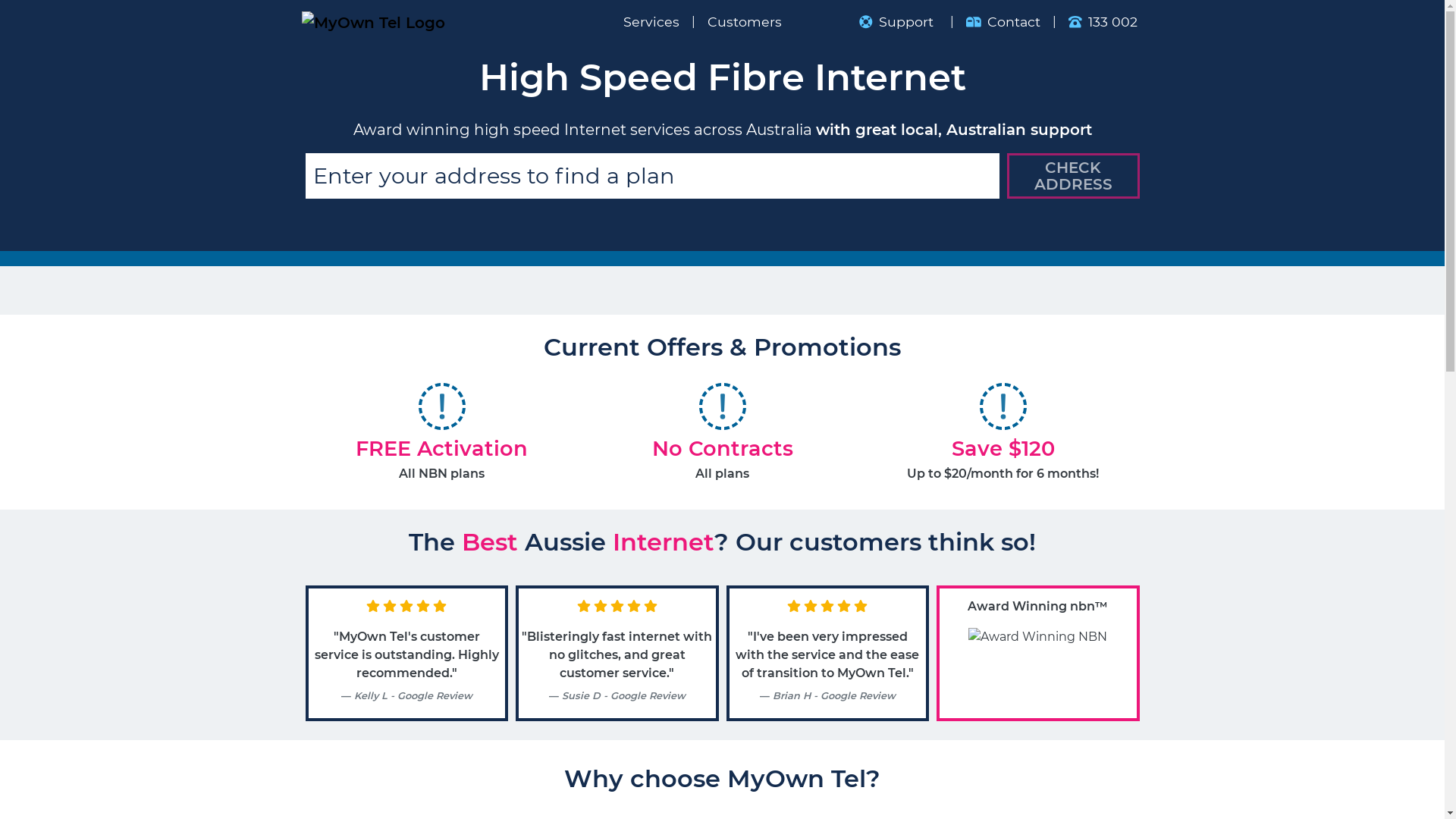 The width and height of the screenshot is (1456, 819). Describe the element at coordinates (746, 22) in the screenshot. I see `'Customers'` at that location.